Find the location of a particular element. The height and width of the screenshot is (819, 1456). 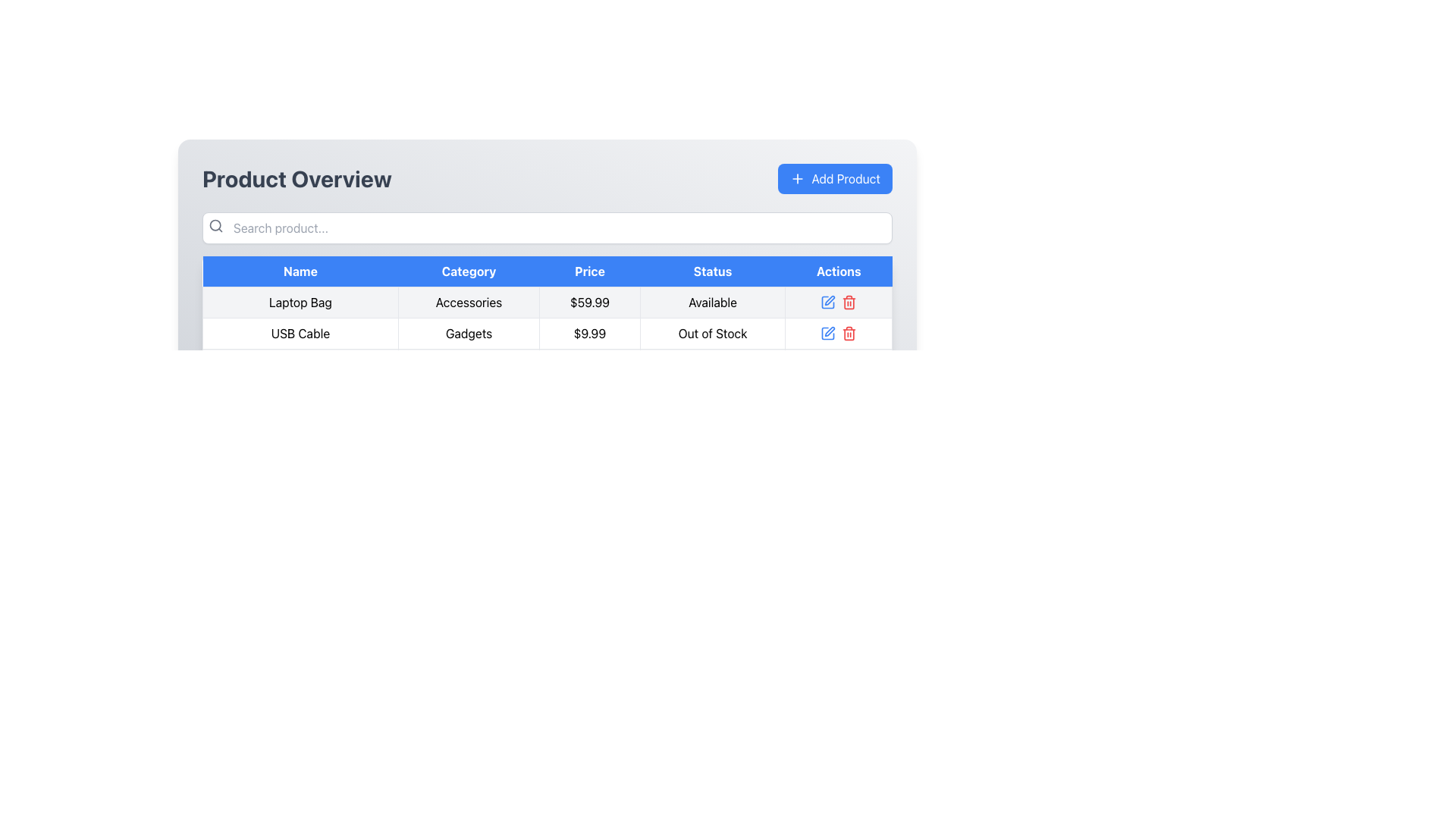

the second row of the 'Product Overview' table that contains details about the product 'USB Cable', including its category, price, and availability status is located at coordinates (546, 332).